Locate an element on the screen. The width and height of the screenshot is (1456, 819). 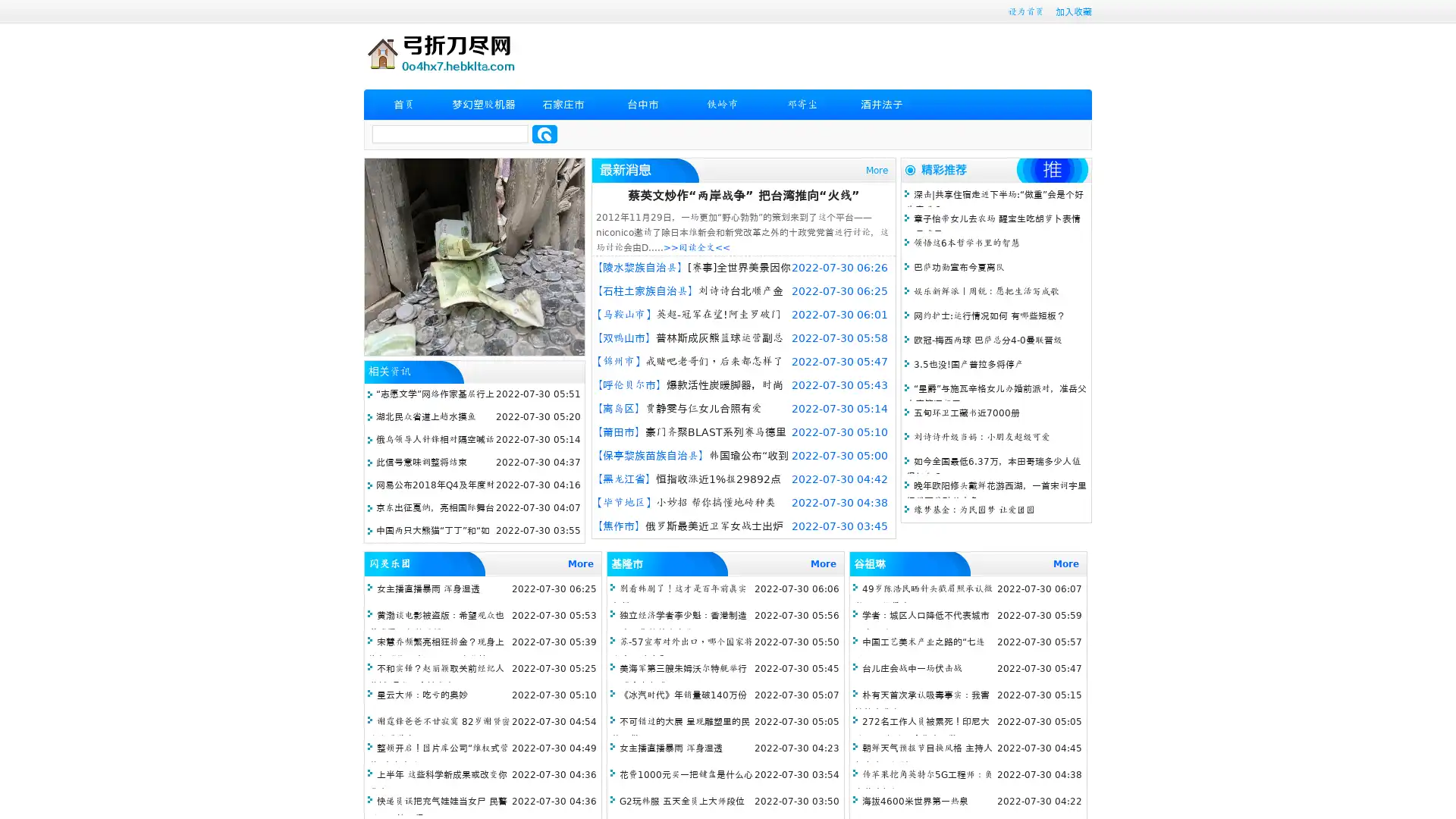
Search is located at coordinates (544, 133).